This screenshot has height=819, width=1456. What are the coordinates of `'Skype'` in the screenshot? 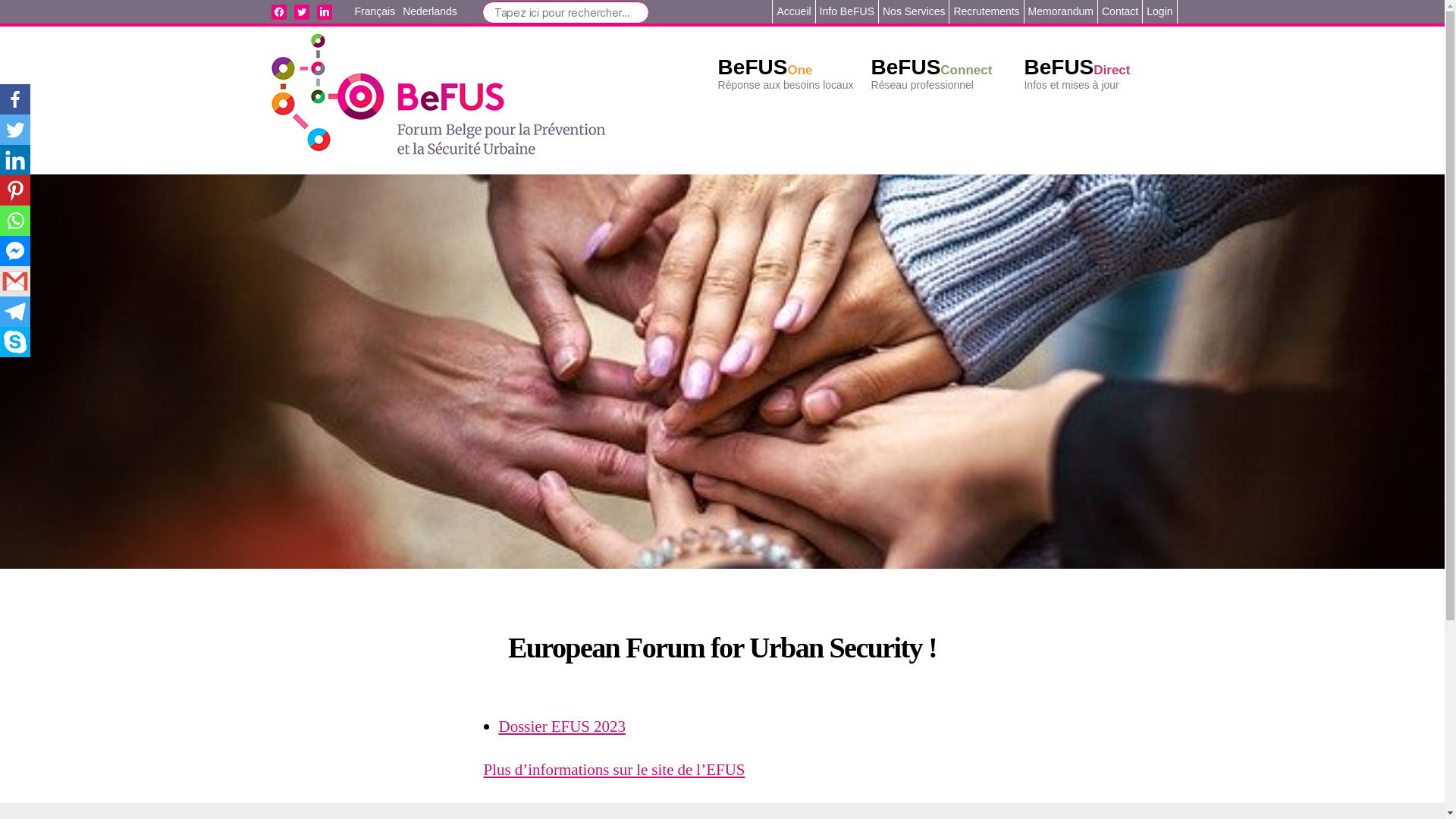 It's located at (14, 342).